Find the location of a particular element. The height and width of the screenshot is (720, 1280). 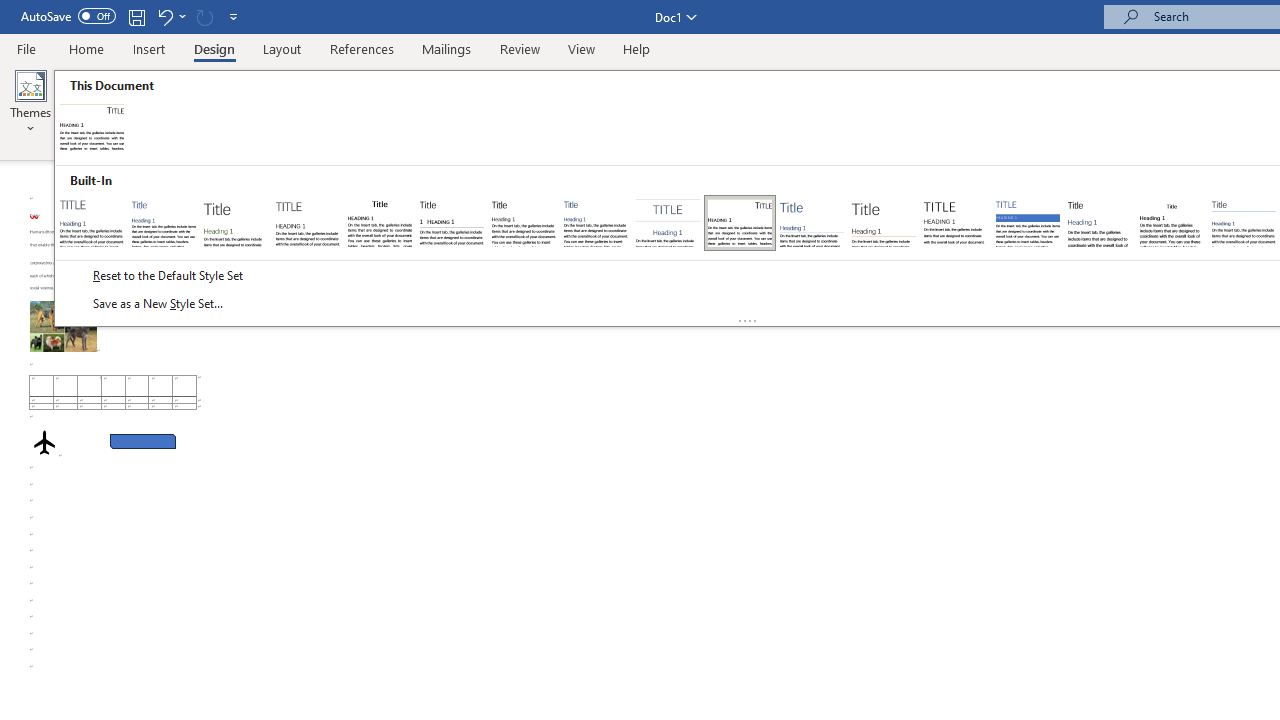

'Themes' is located at coordinates (30, 103).